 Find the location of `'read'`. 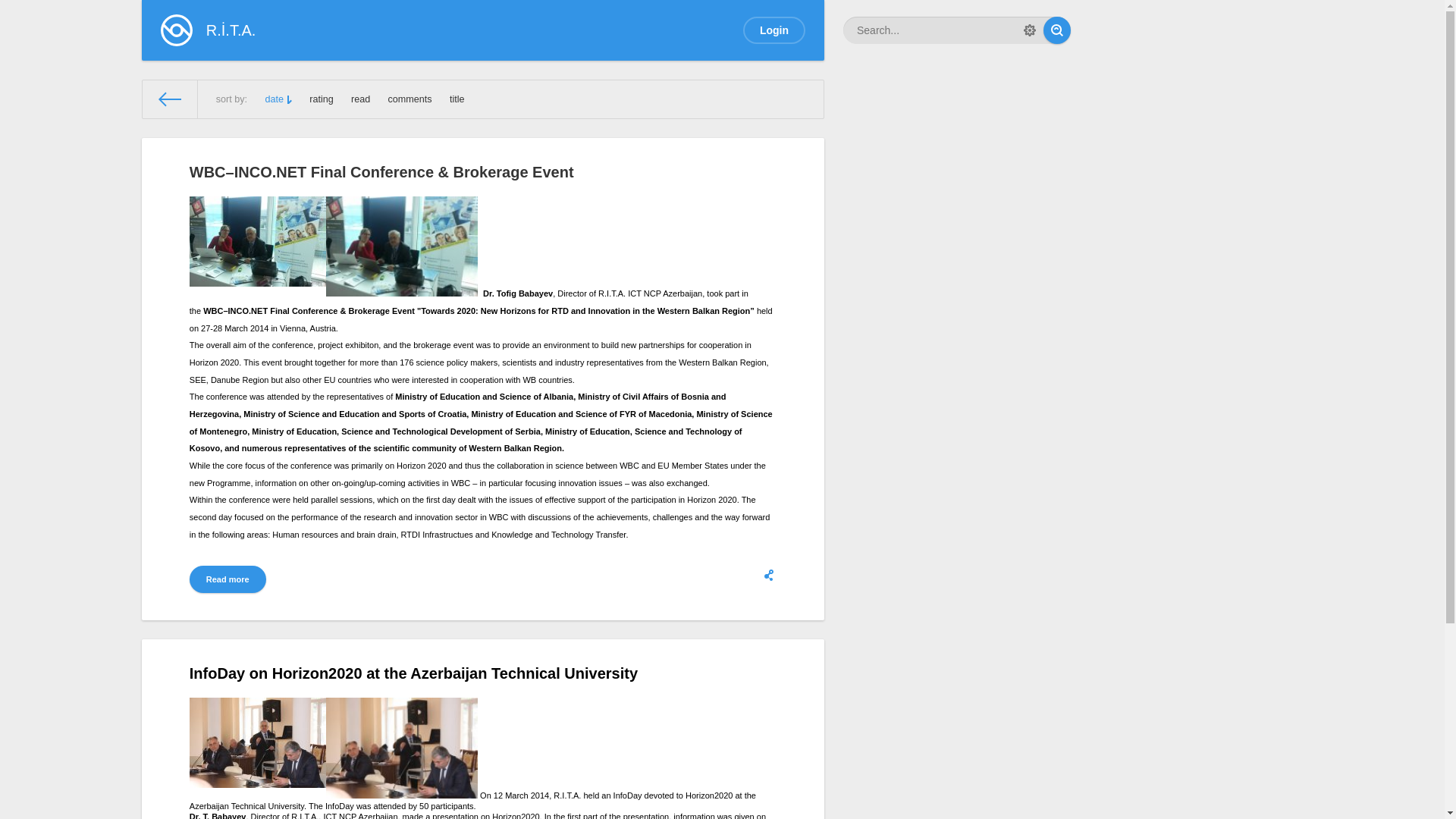

'read' is located at coordinates (359, 99).